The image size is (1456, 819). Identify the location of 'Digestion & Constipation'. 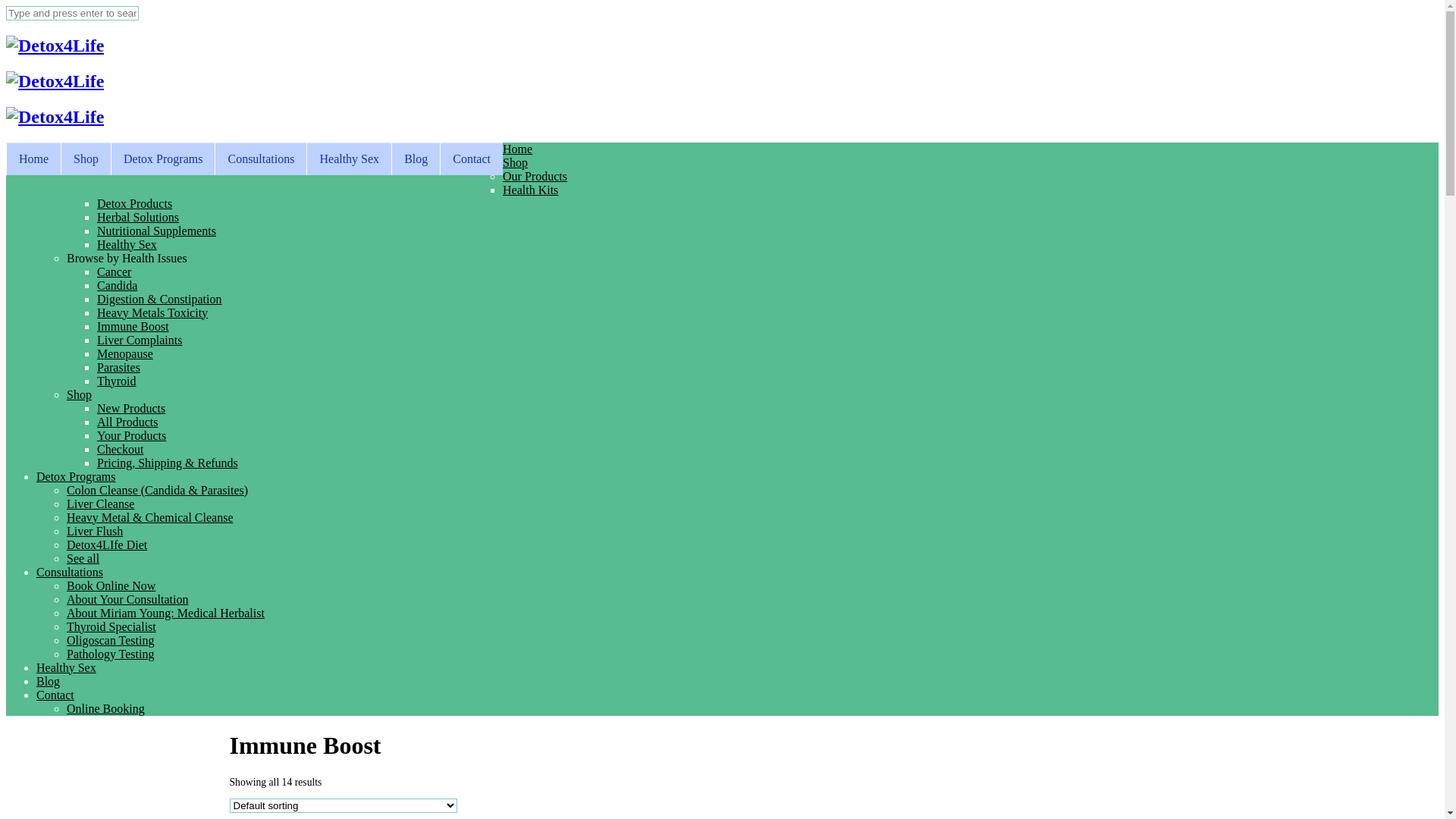
(159, 299).